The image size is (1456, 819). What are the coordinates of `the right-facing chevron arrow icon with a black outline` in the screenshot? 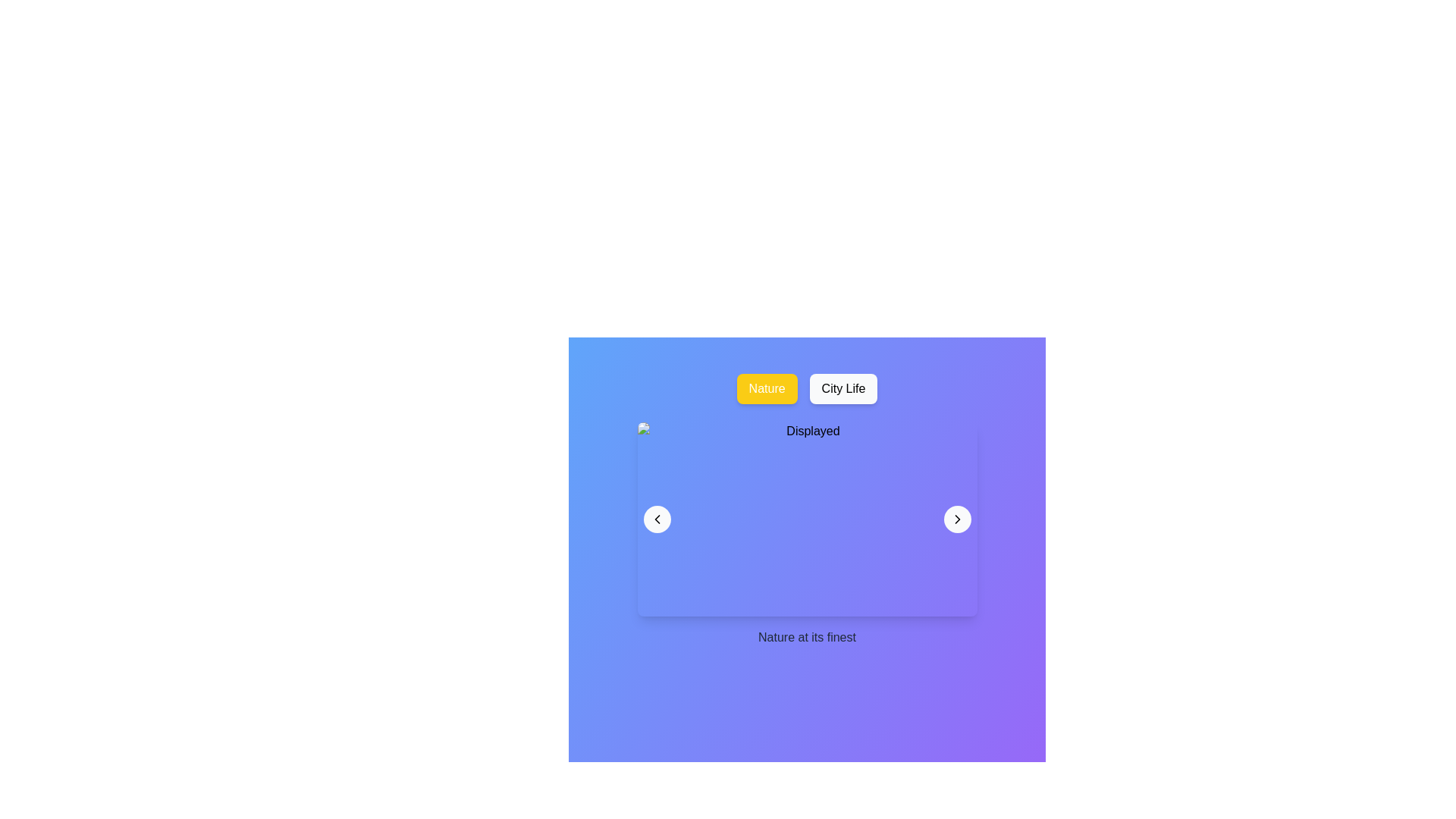 It's located at (956, 519).